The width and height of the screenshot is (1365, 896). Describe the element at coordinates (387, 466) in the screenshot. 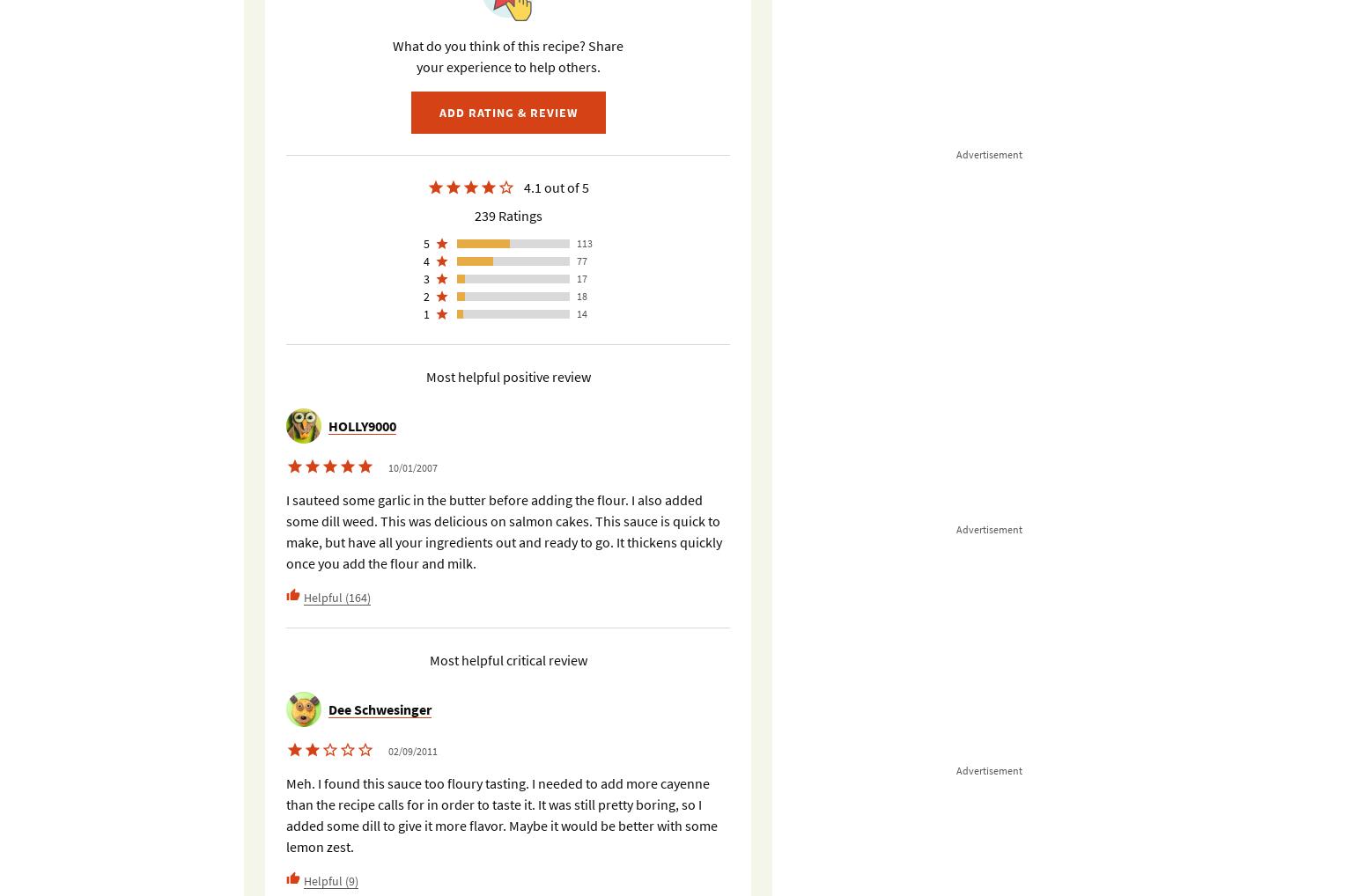

I see `'10/01/2007'` at that location.